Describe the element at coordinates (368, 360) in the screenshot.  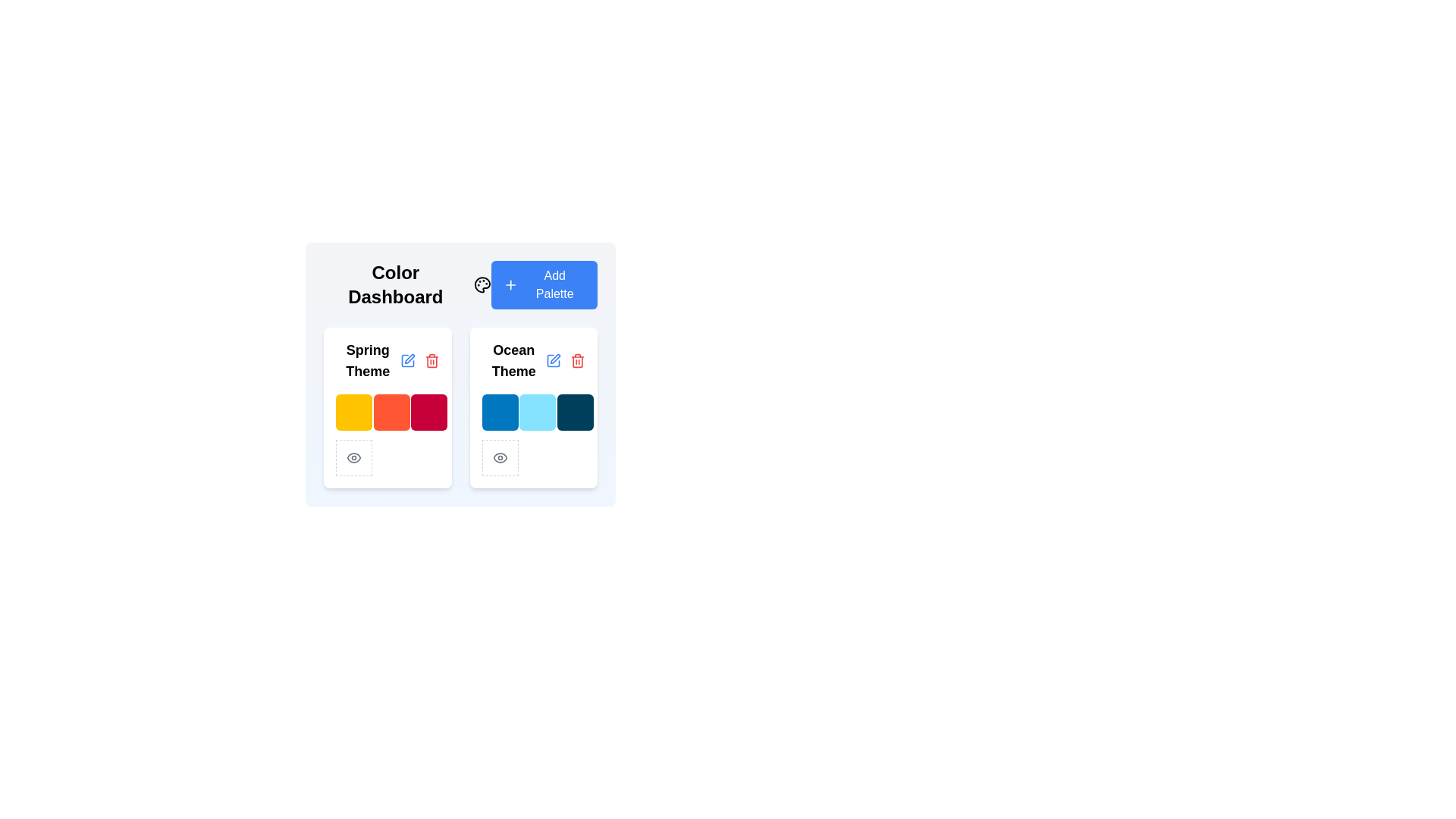
I see `the 'Spring Theme' text label located at the top portion of the first palette card under the 'Color Dashboard' heading` at that location.